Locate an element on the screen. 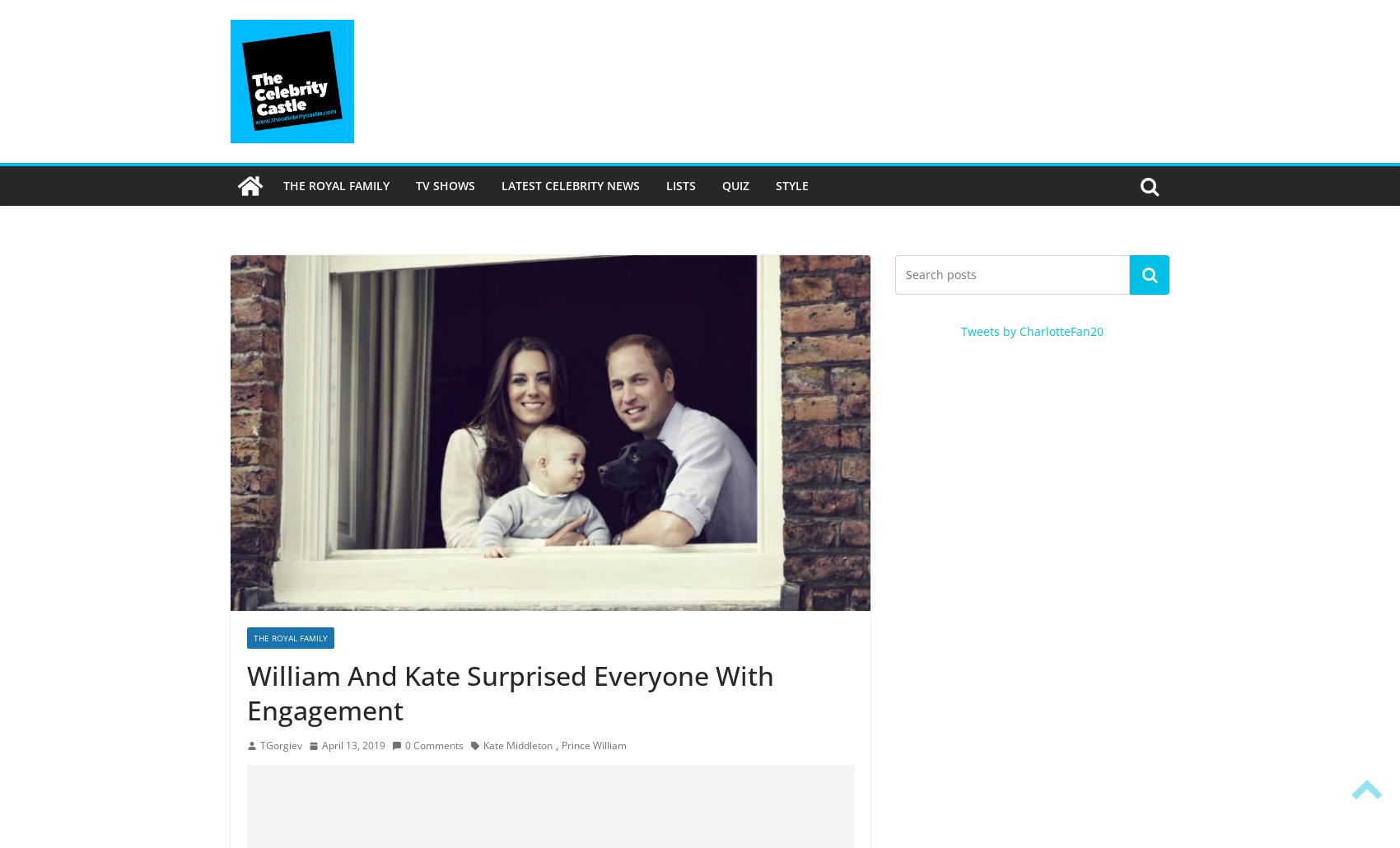 This screenshot has width=1400, height=848. '0 Comments' is located at coordinates (434, 745).